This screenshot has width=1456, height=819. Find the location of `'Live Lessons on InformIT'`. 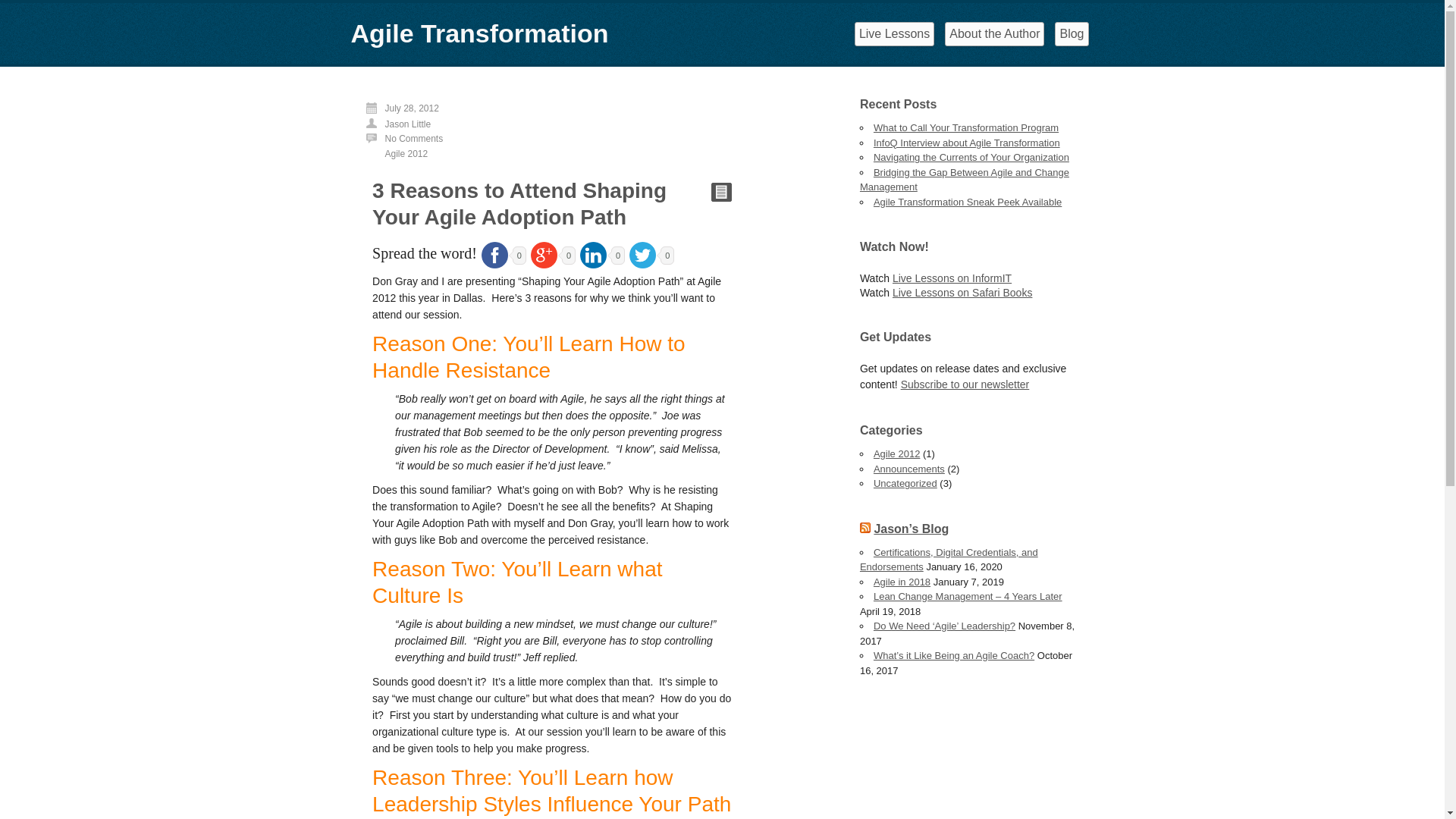

'Live Lessons on InformIT' is located at coordinates (951, 278).